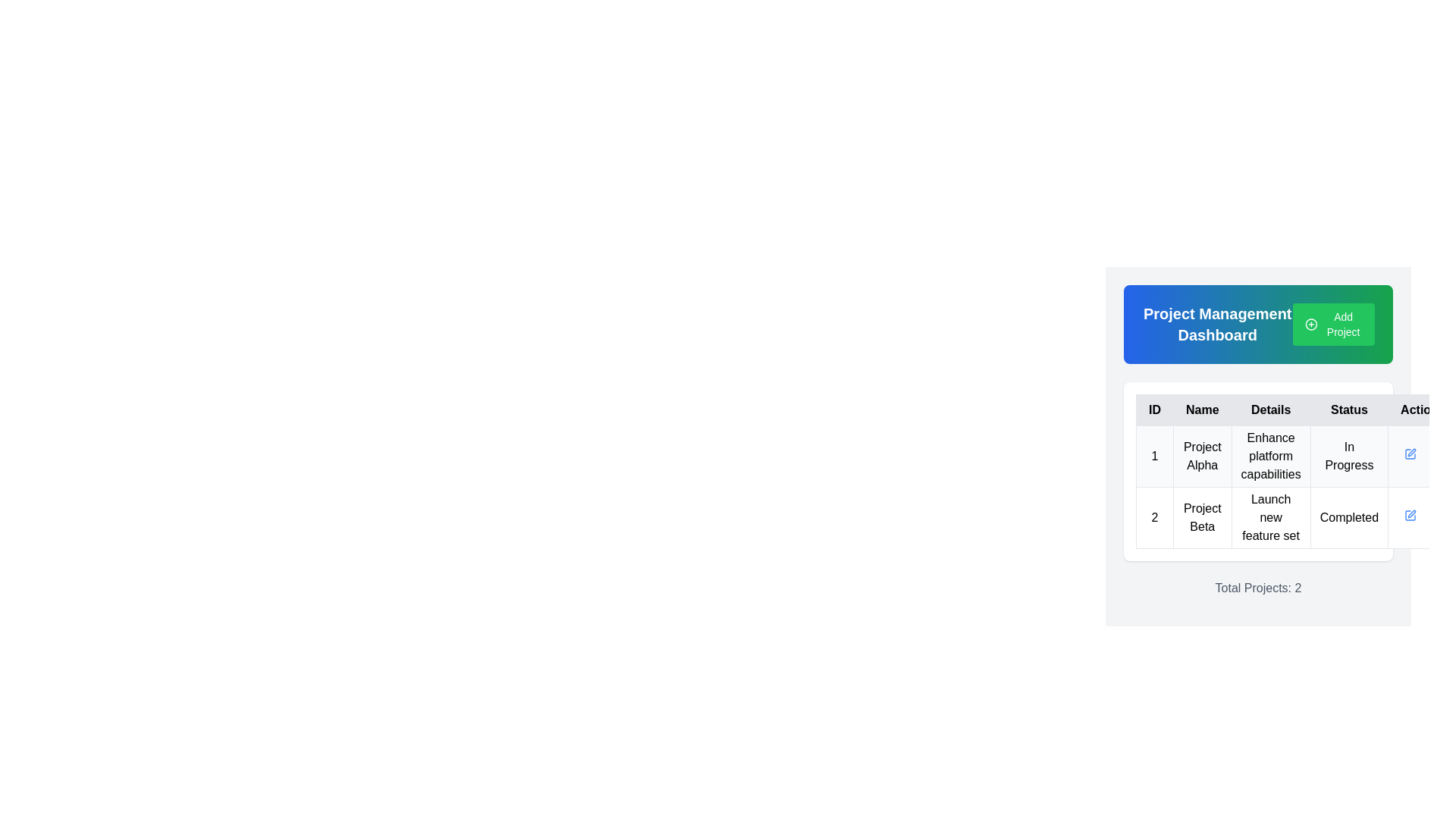 Image resolution: width=1456 pixels, height=819 pixels. I want to click on the Table Header Label that displays the bold, black text 'Details' located in the third column of the header row between 'Name' and 'Status', so click(1271, 409).